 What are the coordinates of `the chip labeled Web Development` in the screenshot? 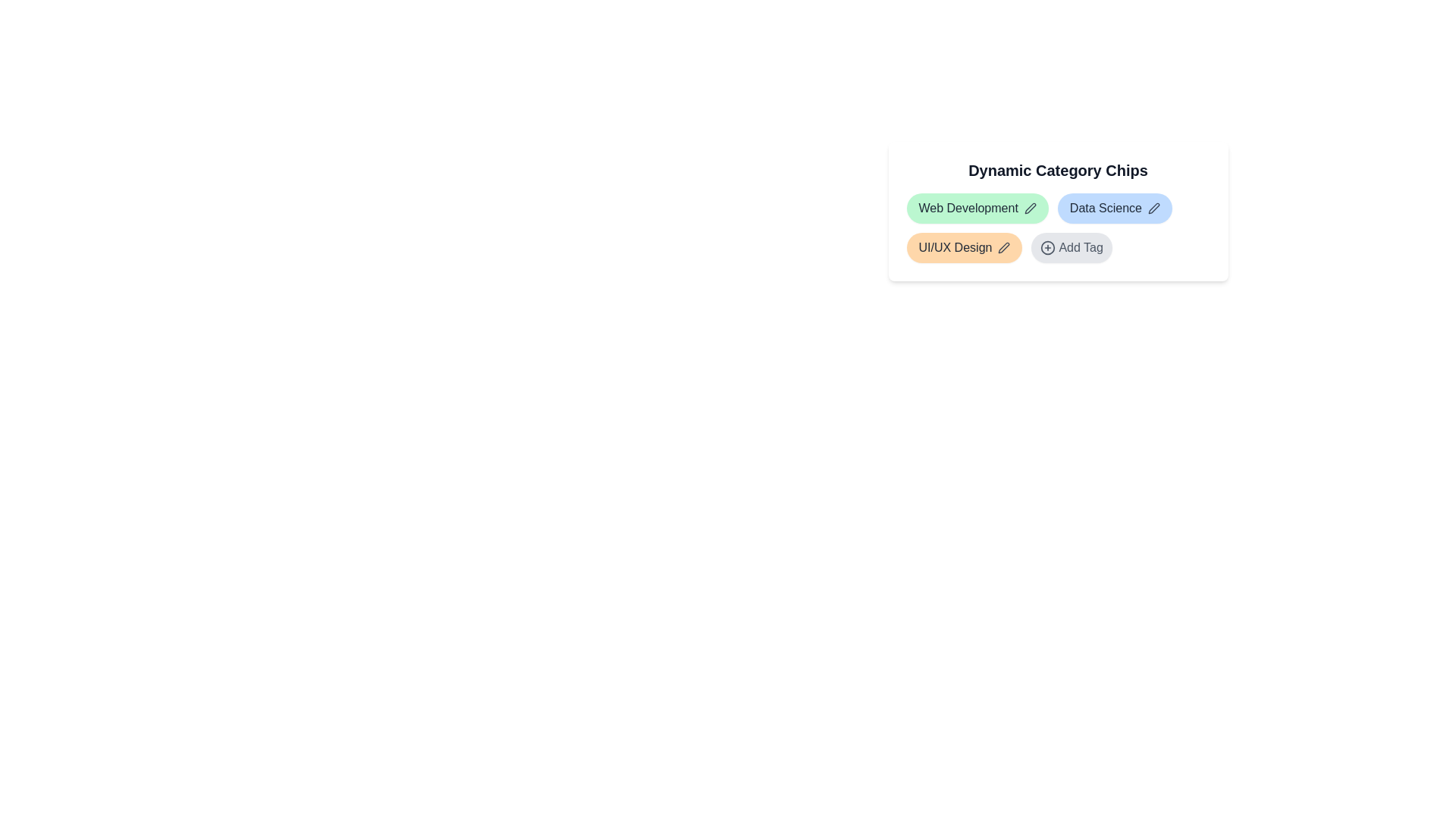 It's located at (977, 208).